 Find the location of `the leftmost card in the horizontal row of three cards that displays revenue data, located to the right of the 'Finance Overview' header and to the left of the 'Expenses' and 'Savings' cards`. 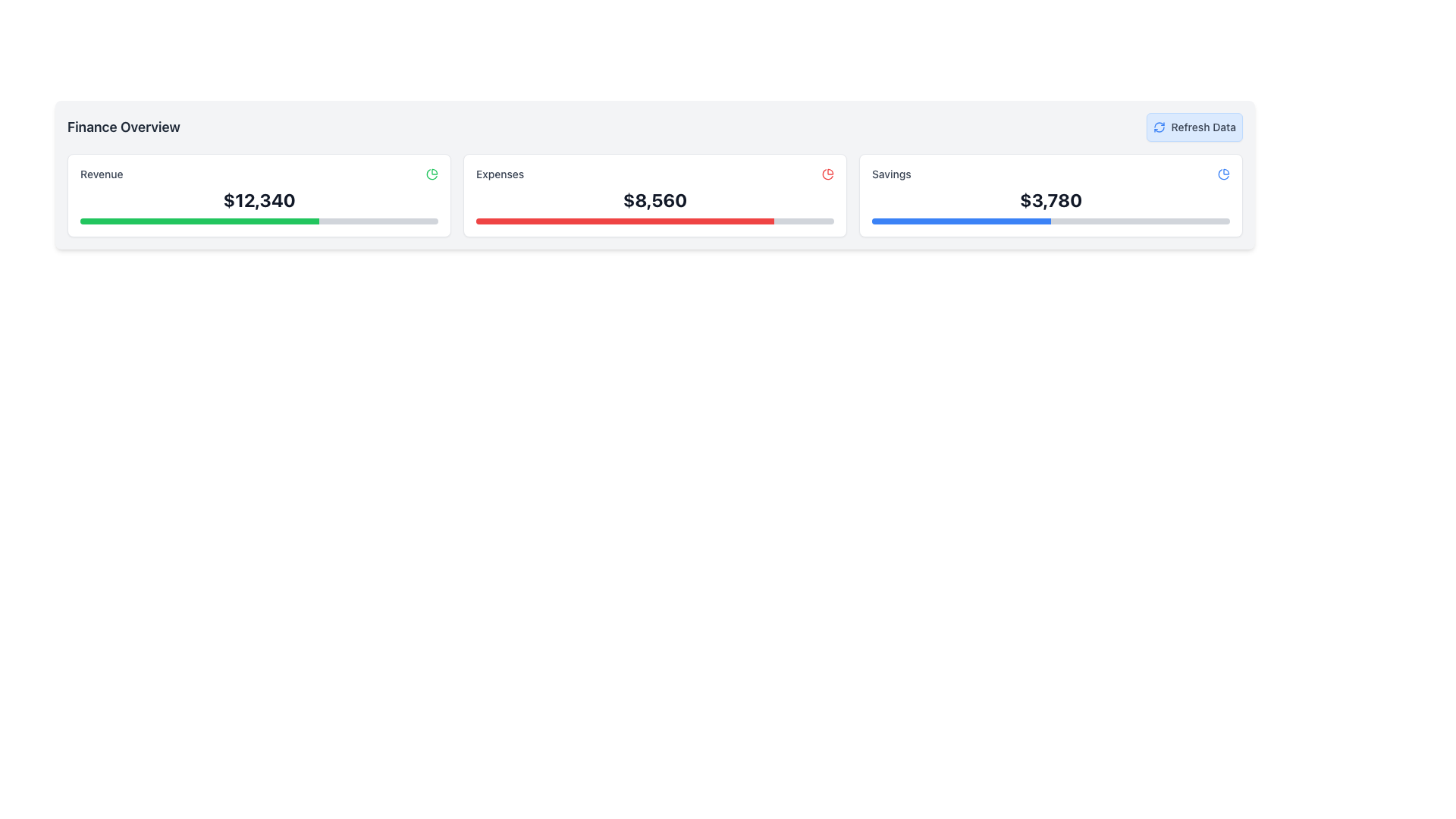

the leftmost card in the horizontal row of three cards that displays revenue data, located to the right of the 'Finance Overview' header and to the left of the 'Expenses' and 'Savings' cards is located at coordinates (259, 195).